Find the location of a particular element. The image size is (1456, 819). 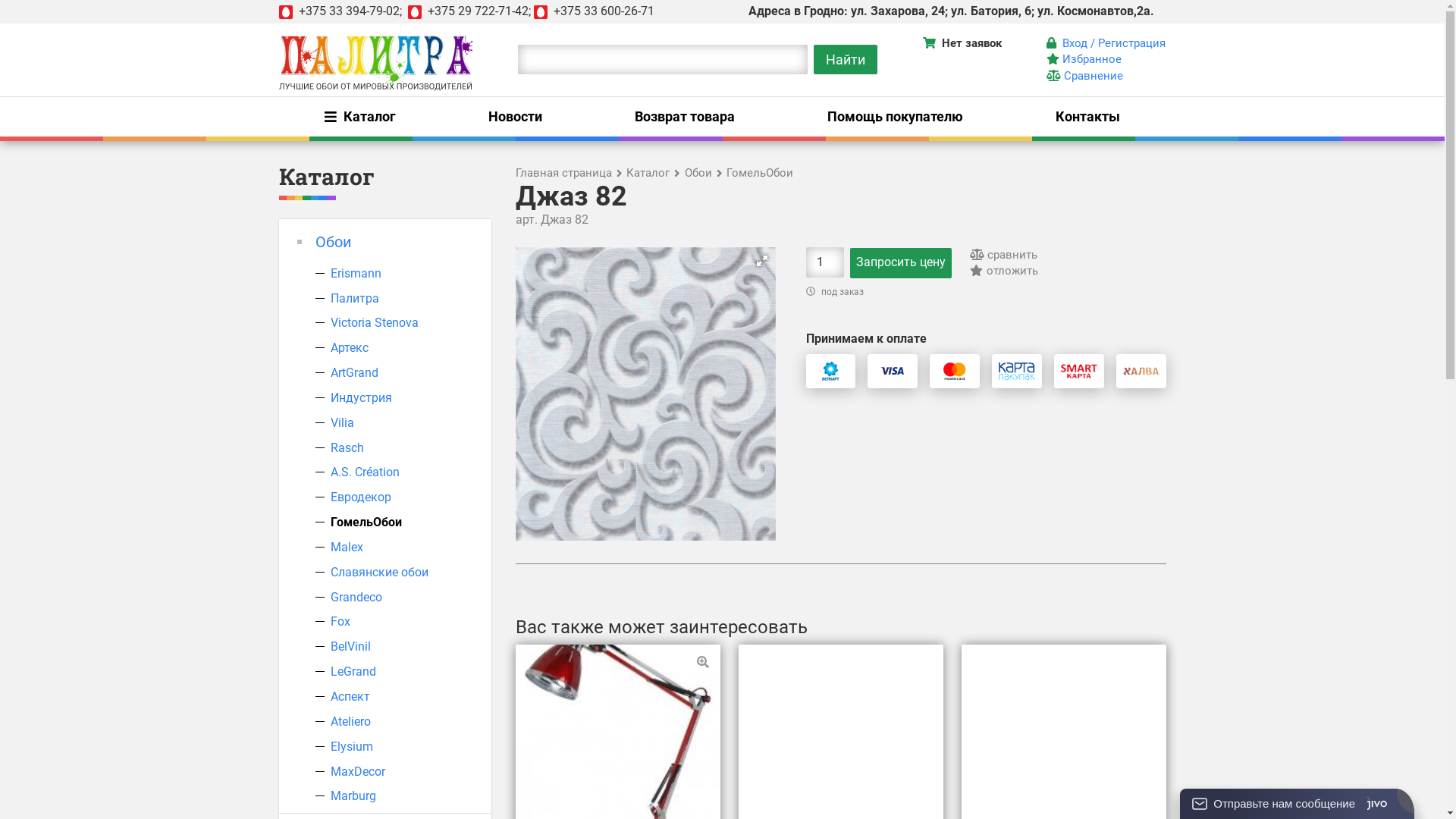

'Malex' is located at coordinates (346, 547).